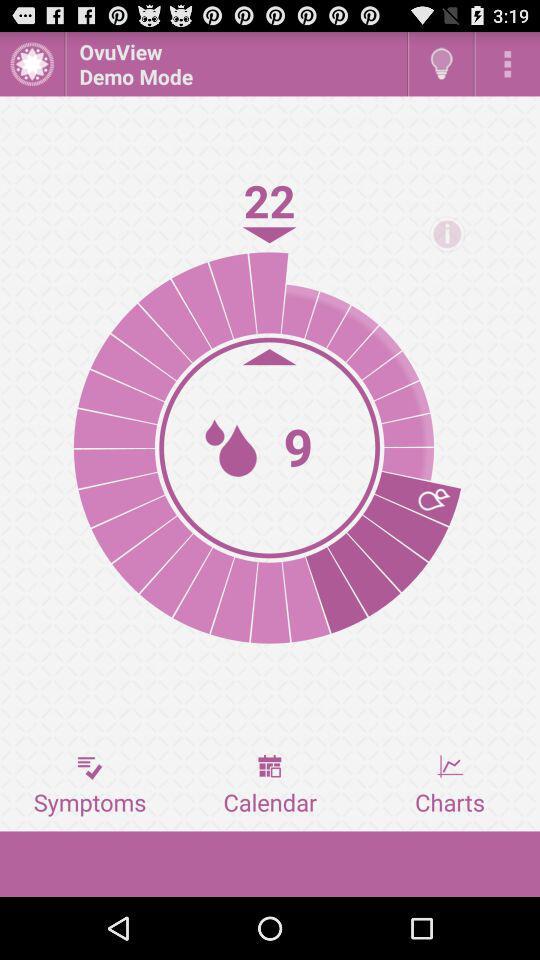 This screenshot has width=540, height=960. I want to click on the icon at the bottom right corner, so click(449, 785).